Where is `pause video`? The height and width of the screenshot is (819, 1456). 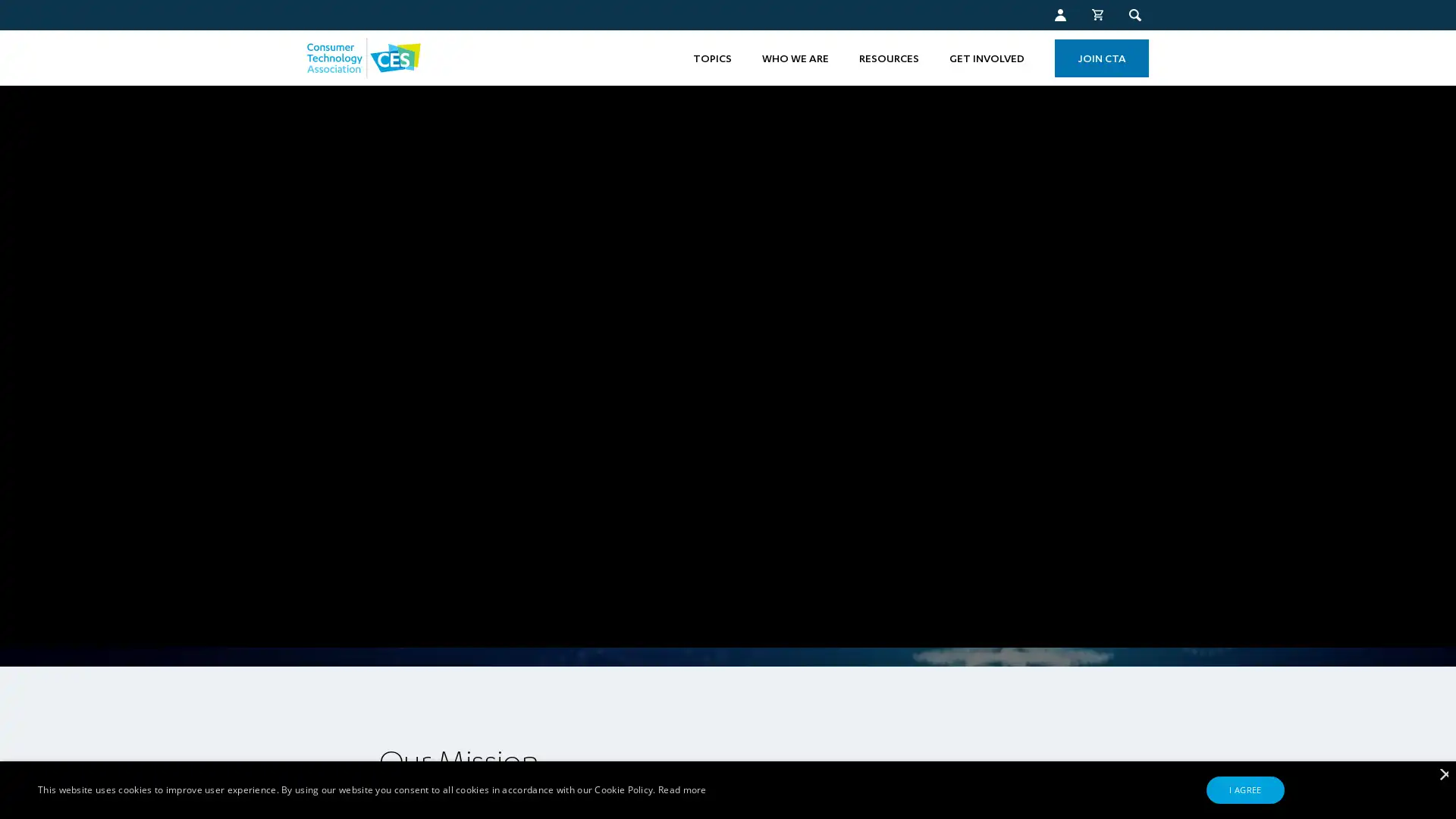
pause video is located at coordinates (320, 629).